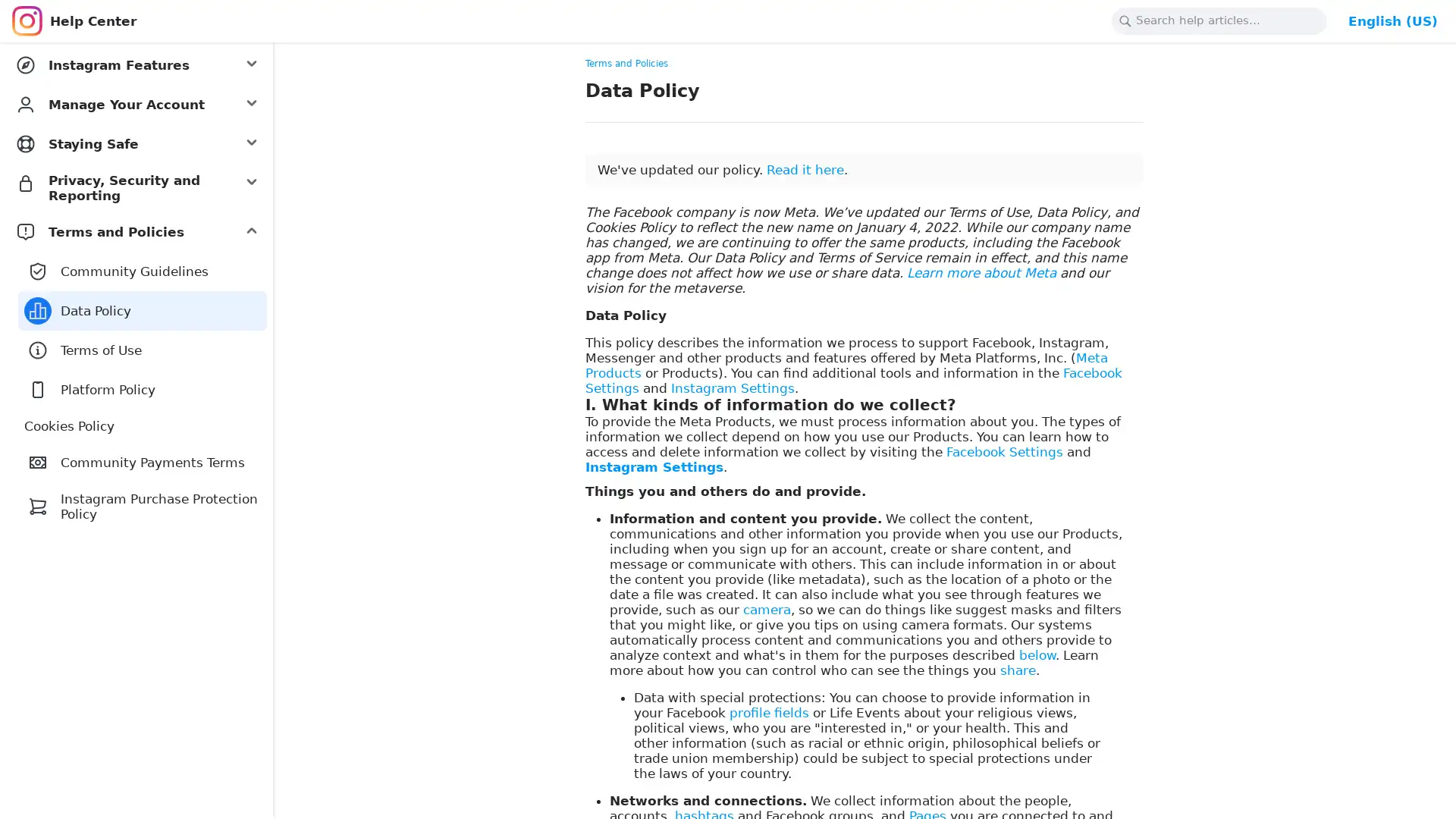 The image size is (1456, 819). Describe the element at coordinates (1395, 713) in the screenshot. I see `Dismiss` at that location.